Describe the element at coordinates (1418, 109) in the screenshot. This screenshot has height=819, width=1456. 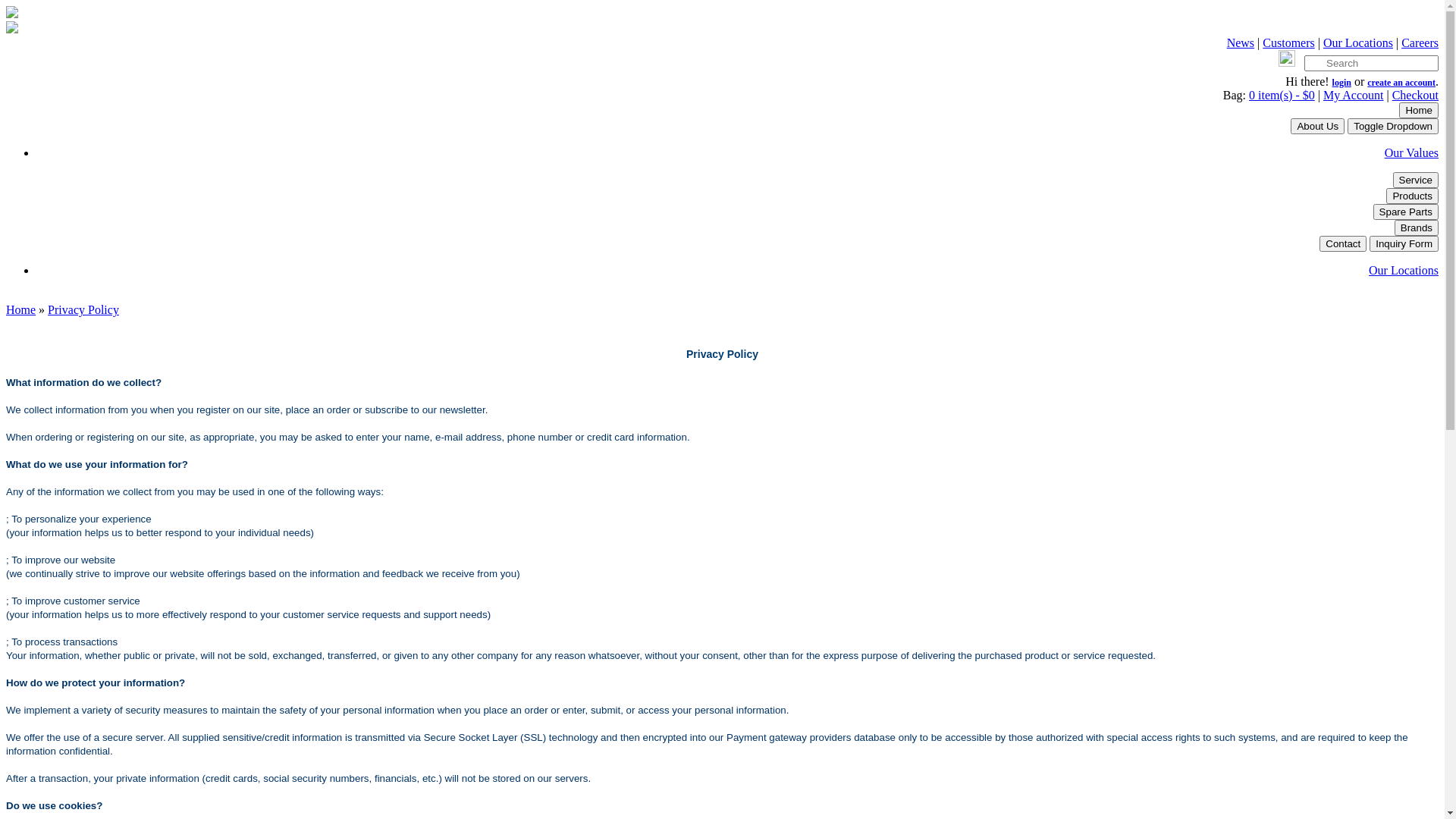
I see `'Home'` at that location.